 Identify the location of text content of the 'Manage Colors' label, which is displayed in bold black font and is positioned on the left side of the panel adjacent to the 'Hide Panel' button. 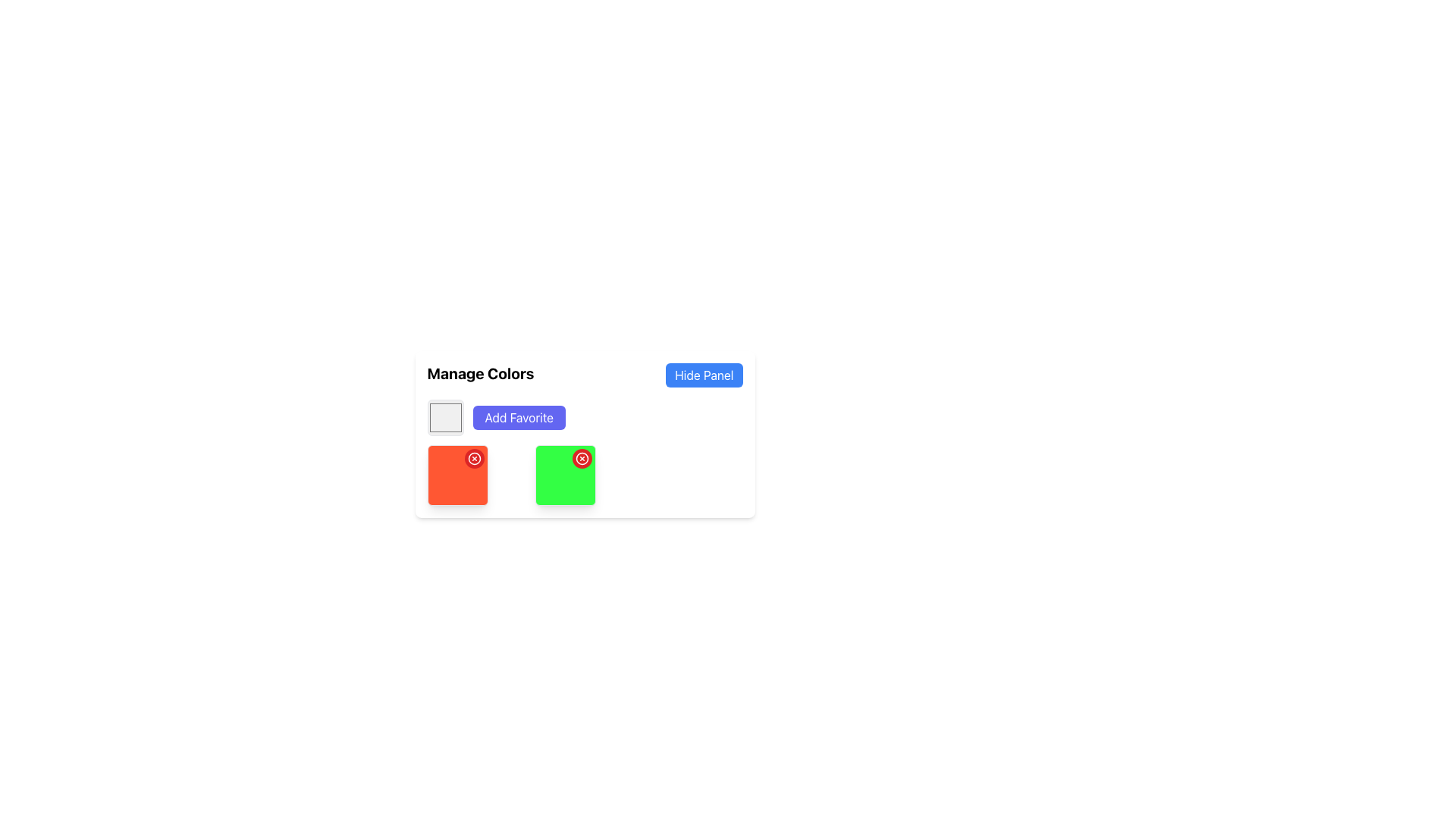
(479, 375).